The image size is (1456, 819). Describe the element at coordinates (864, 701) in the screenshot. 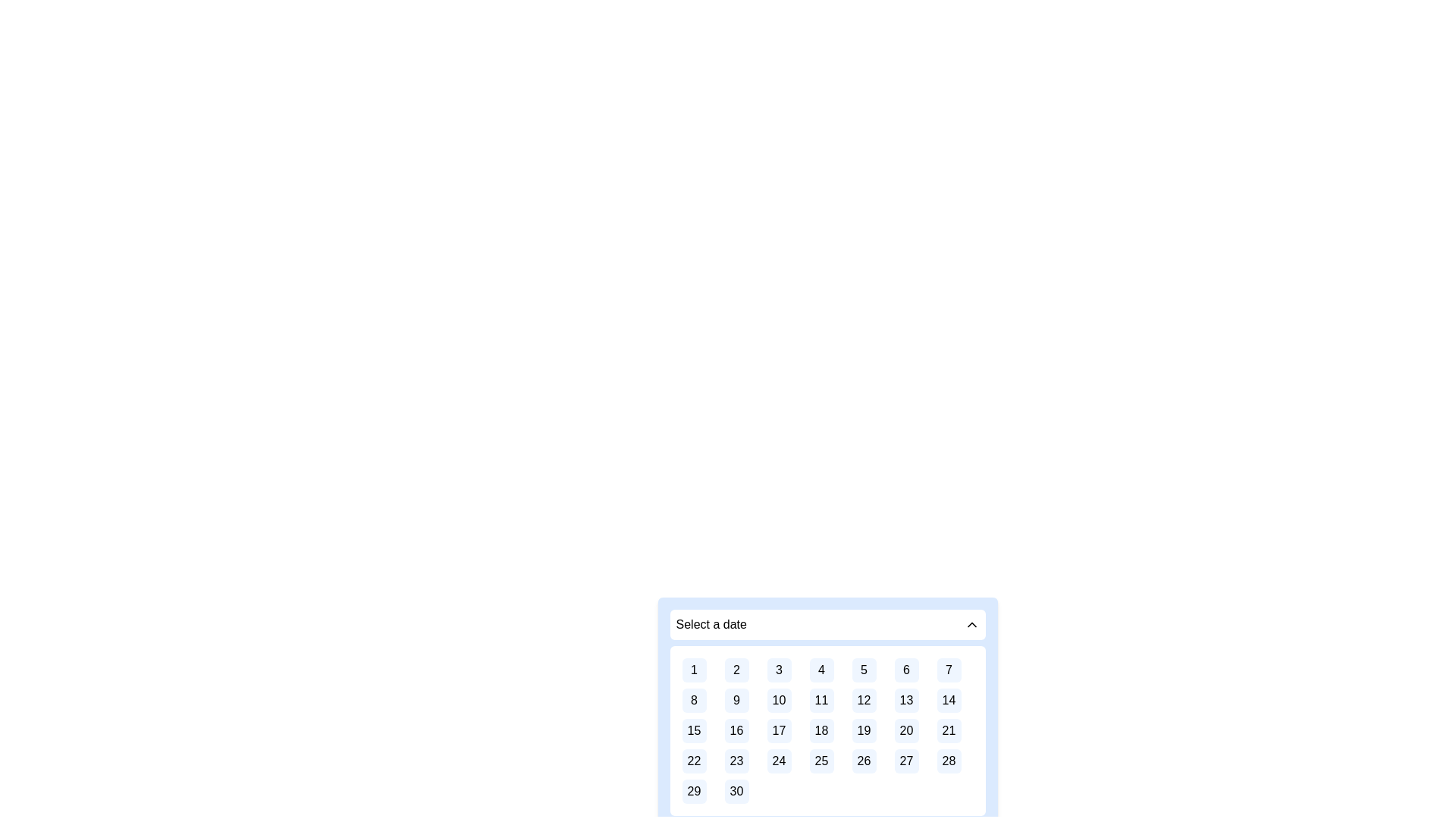

I see `the small, circular light blue button with the number '12' in black text, located in the second row and fifth column of the calendar grid under the 'Select a date' header` at that location.